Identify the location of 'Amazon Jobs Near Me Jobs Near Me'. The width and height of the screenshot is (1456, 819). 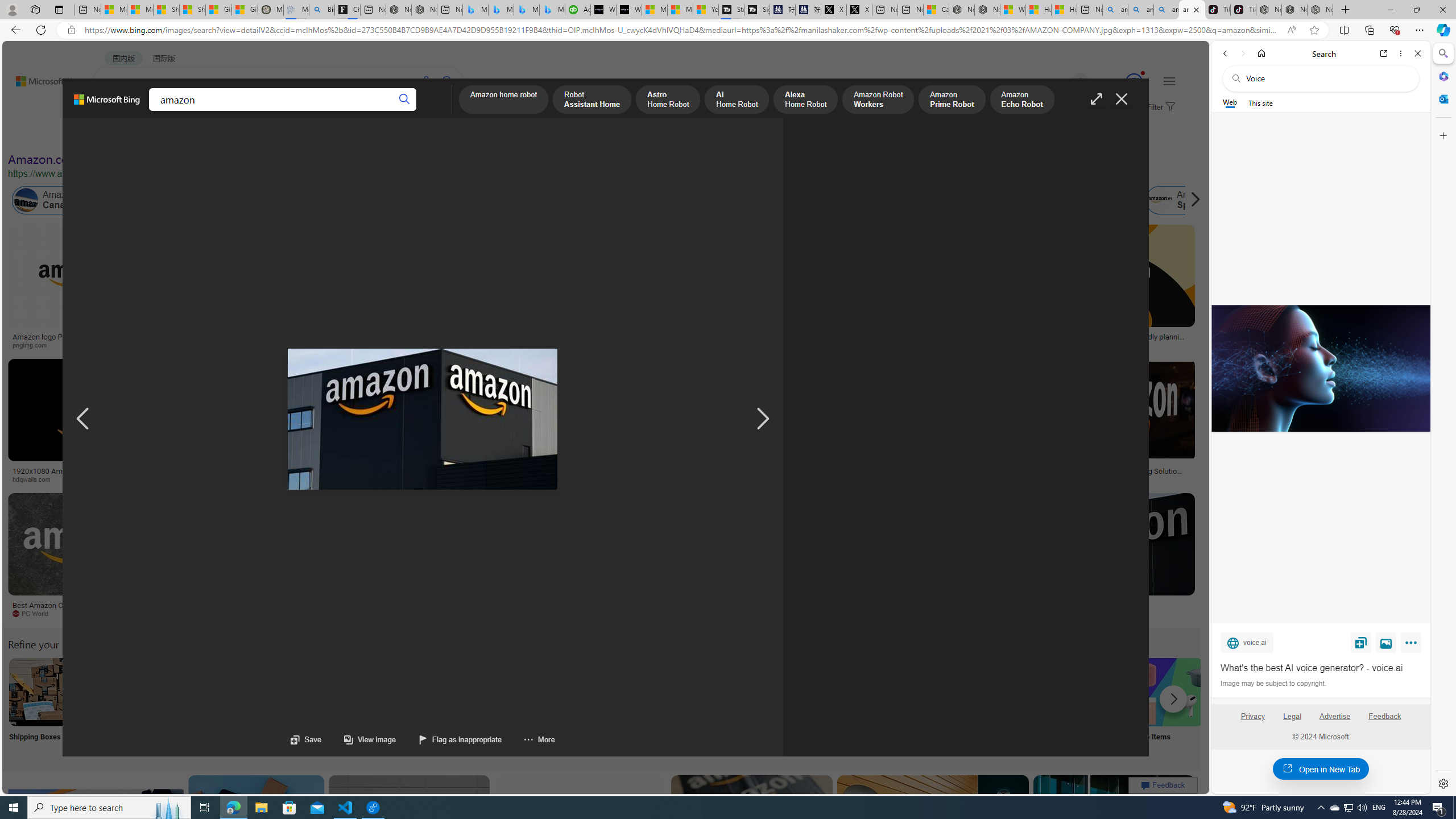
(342, 706).